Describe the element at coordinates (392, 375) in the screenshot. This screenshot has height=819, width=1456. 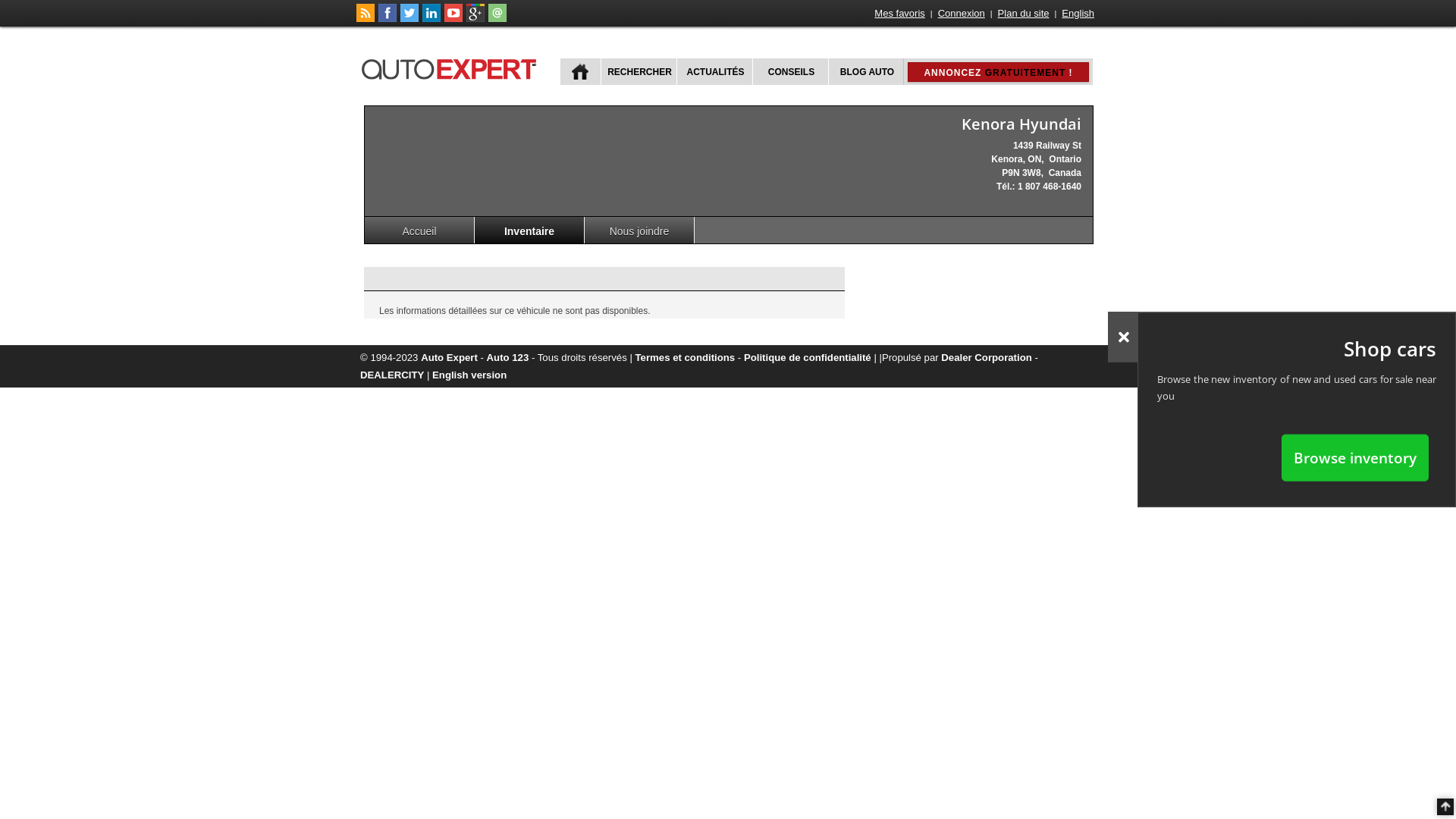
I see `'DEALERCITY'` at that location.